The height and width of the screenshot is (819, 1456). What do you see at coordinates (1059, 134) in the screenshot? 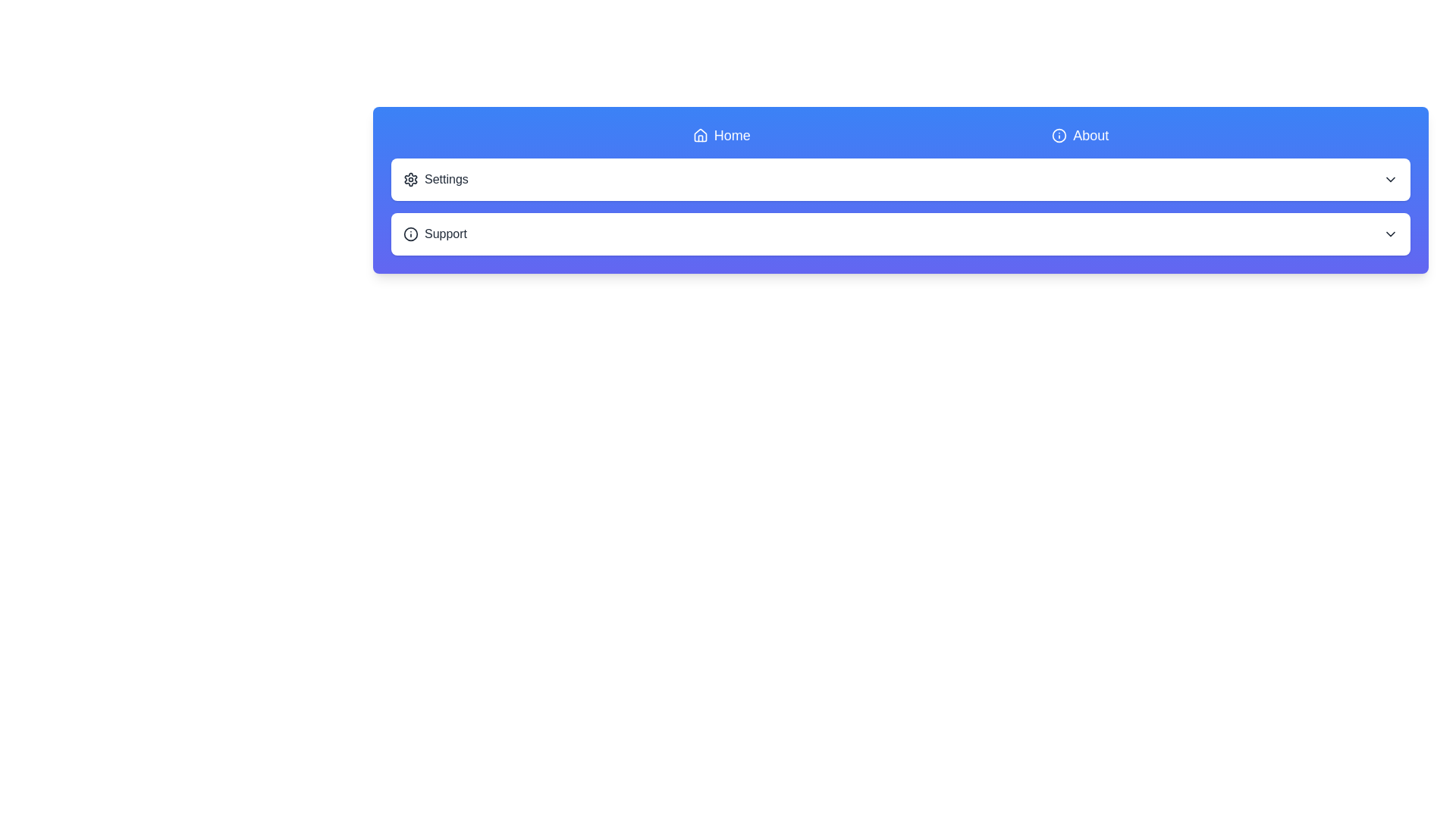
I see `the icon located on the left side of the 'About' label in the top navigation row` at bounding box center [1059, 134].